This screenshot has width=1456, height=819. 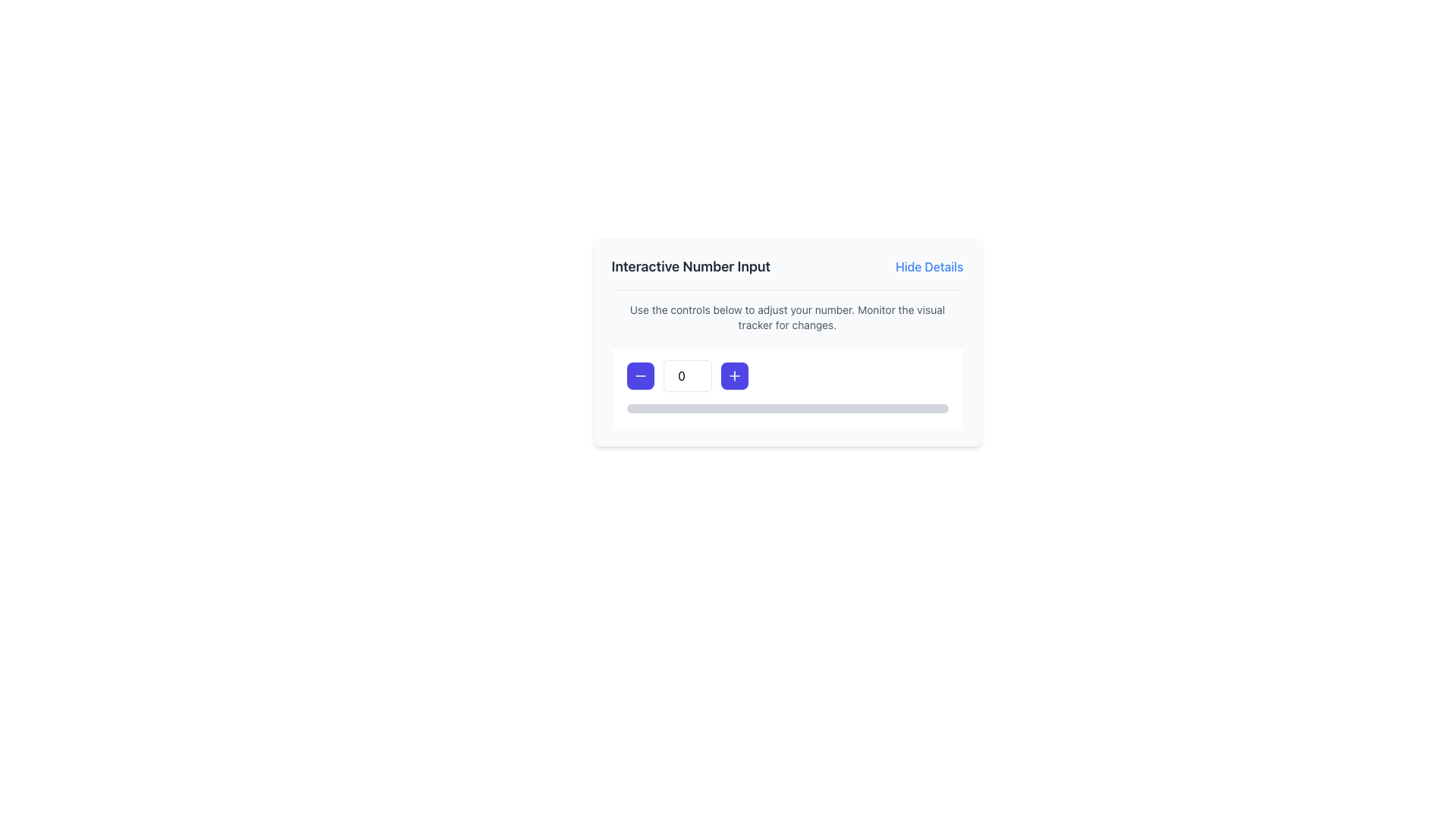 I want to click on the leftmost button in the number adjustment control to decrease the associated numeric value, so click(x=640, y=375).